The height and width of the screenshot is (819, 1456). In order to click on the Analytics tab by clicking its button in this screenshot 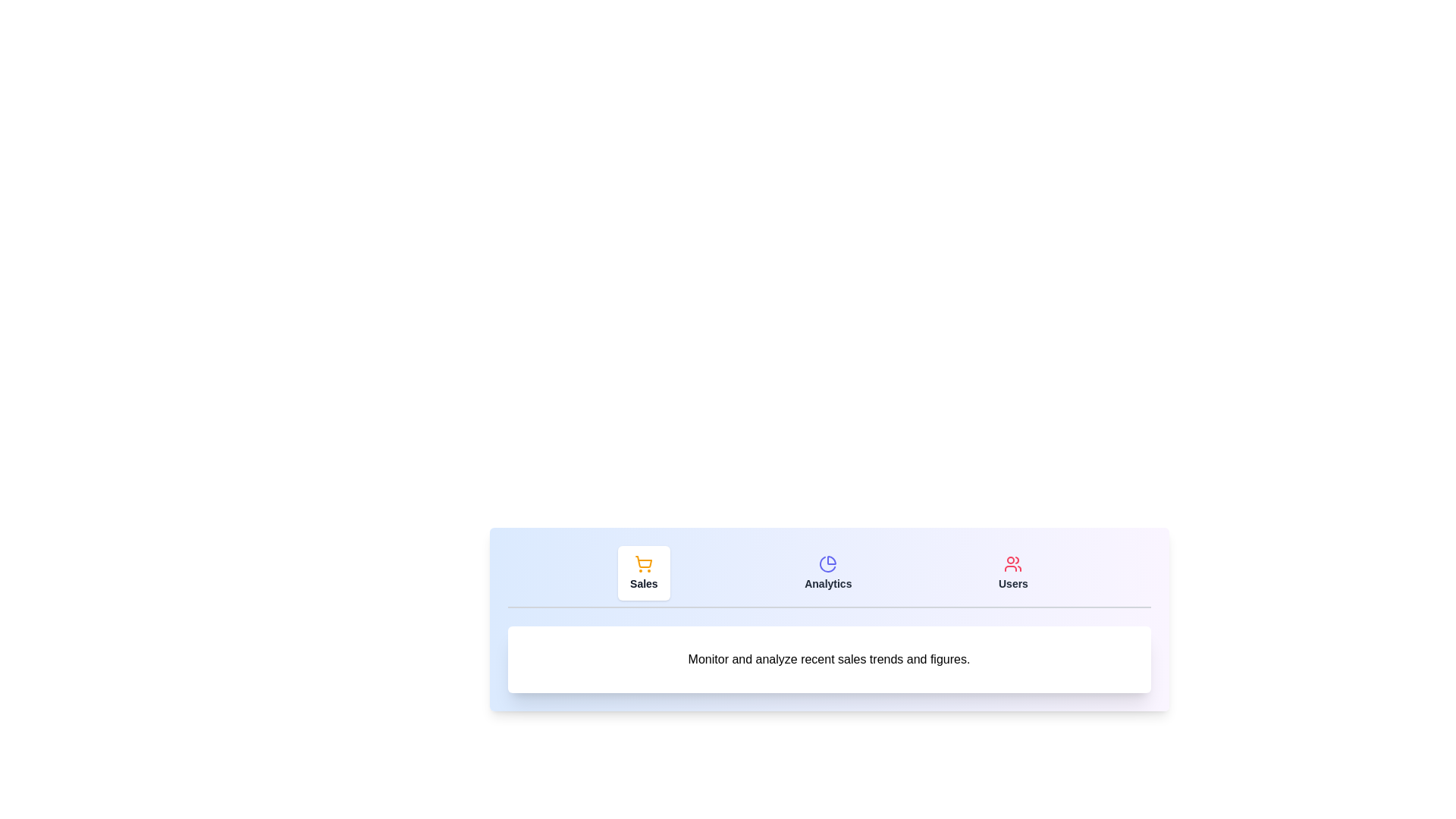, I will do `click(827, 573)`.